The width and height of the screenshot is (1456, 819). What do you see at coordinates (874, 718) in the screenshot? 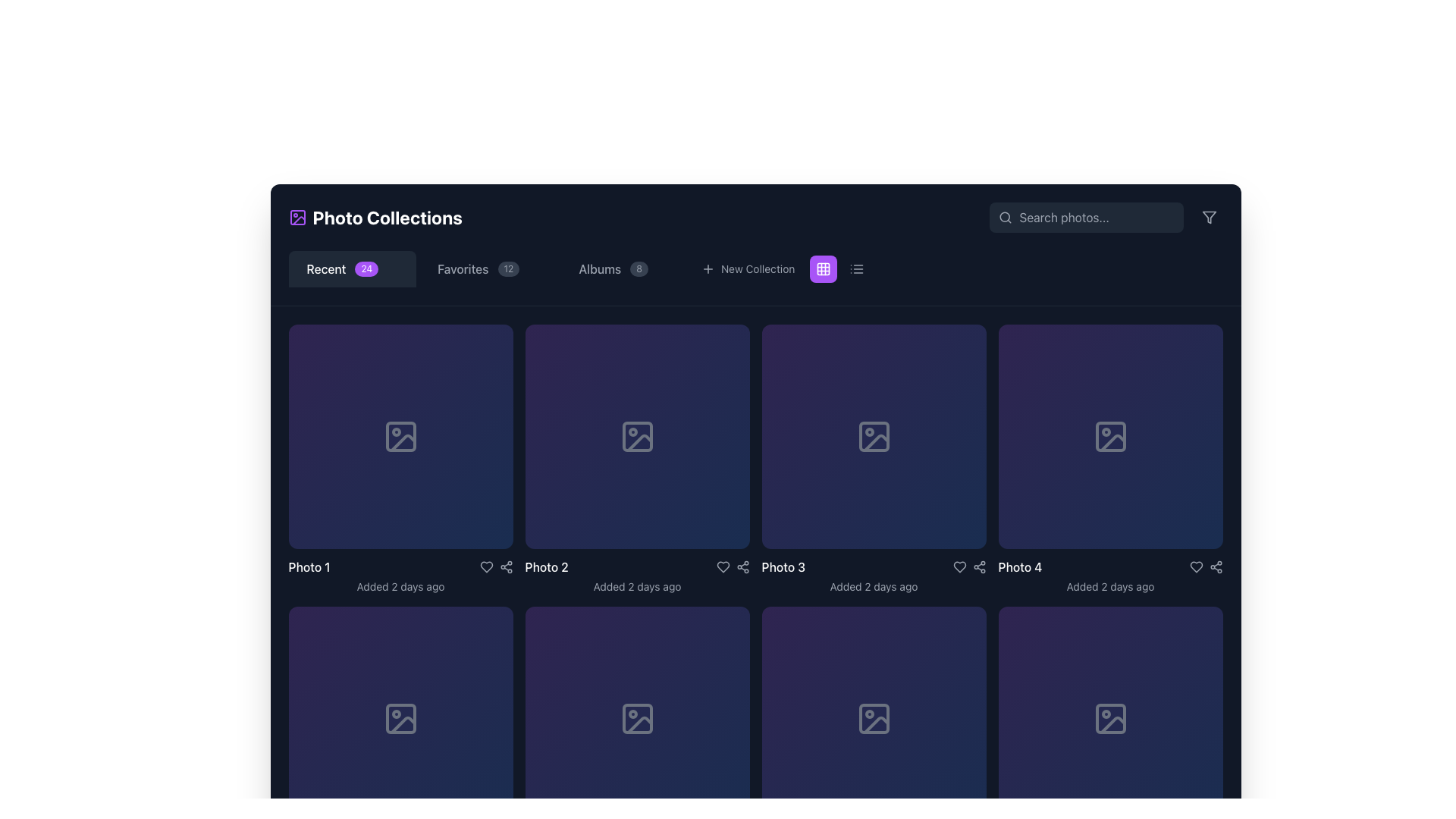
I see `the icon resembling a simplified image placeholder, which is located in the fourth grid cell of the Photo Collections interface, styled in light gray against a dark background` at bounding box center [874, 718].